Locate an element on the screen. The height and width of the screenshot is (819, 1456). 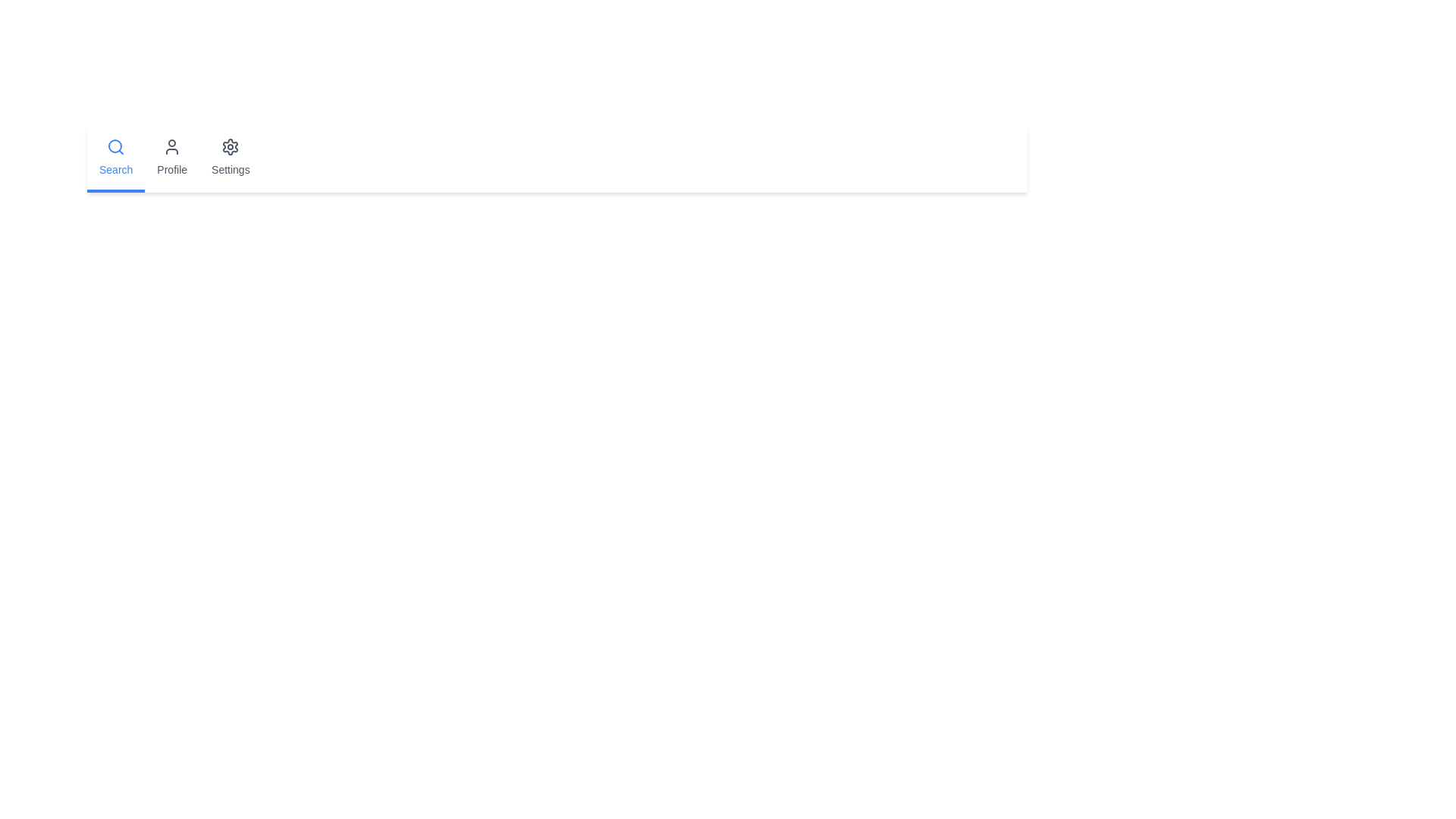
the 'Search' text label, which is styled in blue and positioned below the circular search icon is located at coordinates (115, 169).